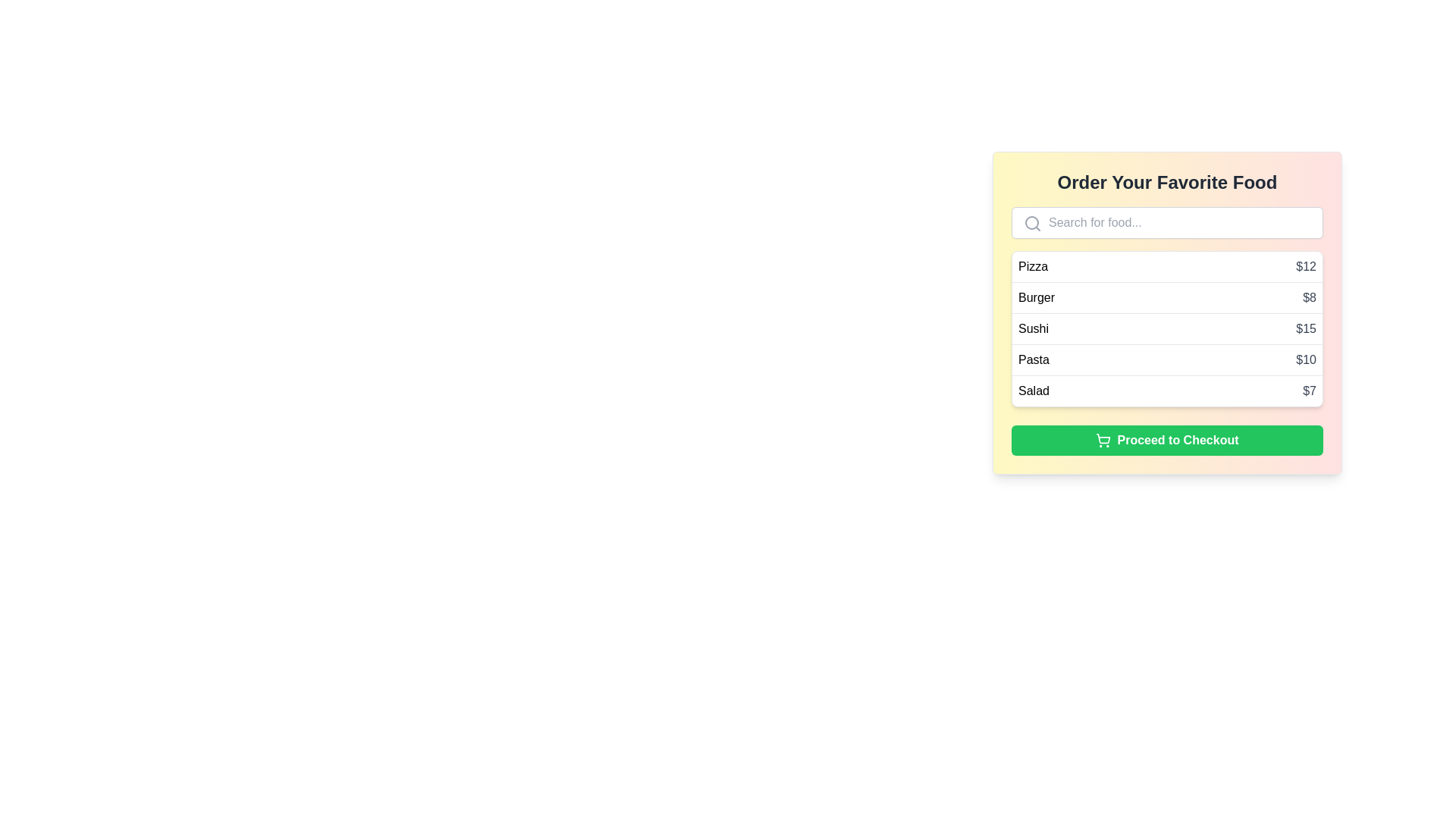  I want to click on the text label displaying 'Pizza' which is part of the food items list under 'Order Your Favorite Food', so click(1032, 265).